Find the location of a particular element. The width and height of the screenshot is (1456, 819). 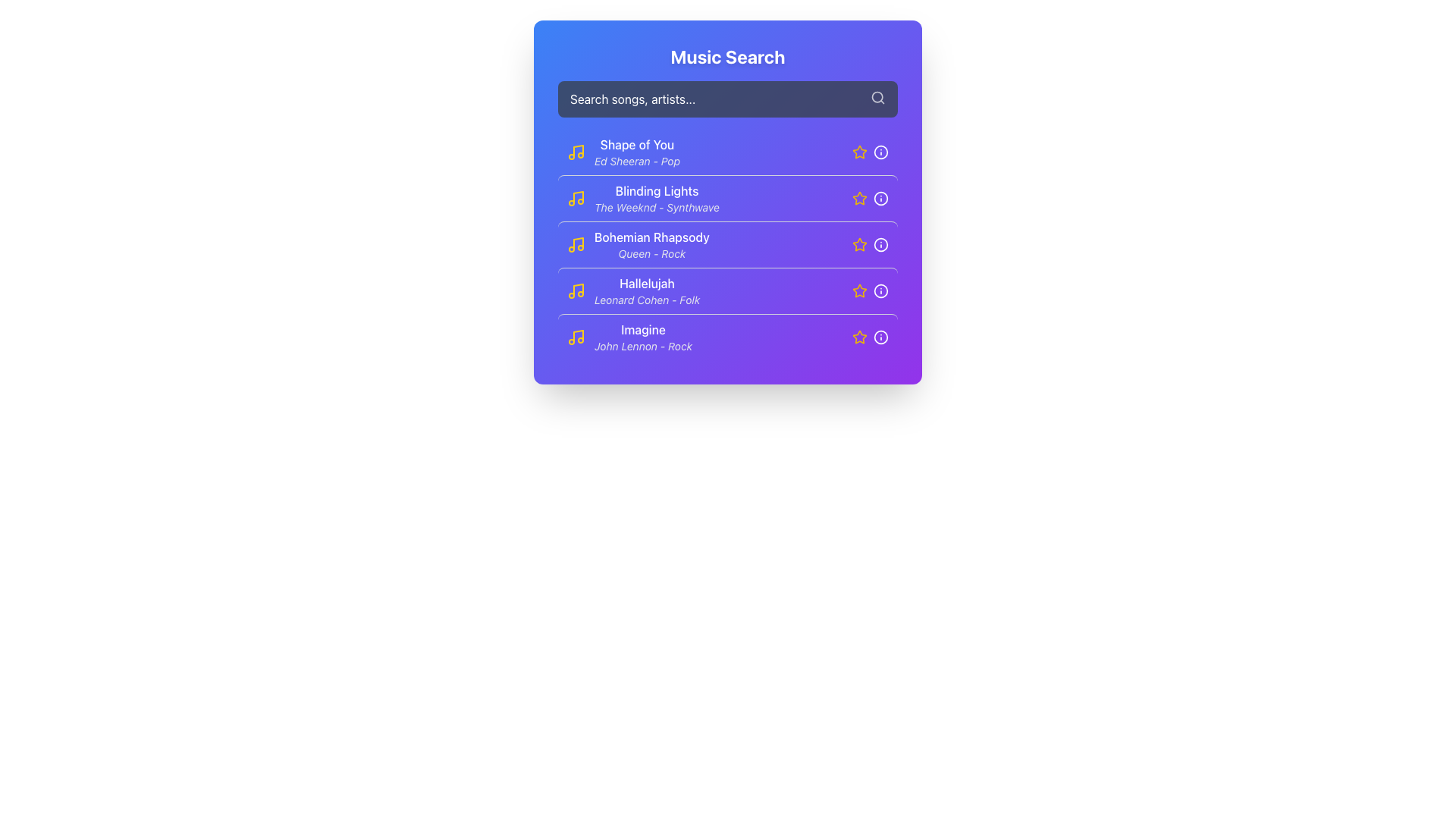

the circular icon located at the center of the search icon in the top-right corner of the search bar is located at coordinates (877, 97).